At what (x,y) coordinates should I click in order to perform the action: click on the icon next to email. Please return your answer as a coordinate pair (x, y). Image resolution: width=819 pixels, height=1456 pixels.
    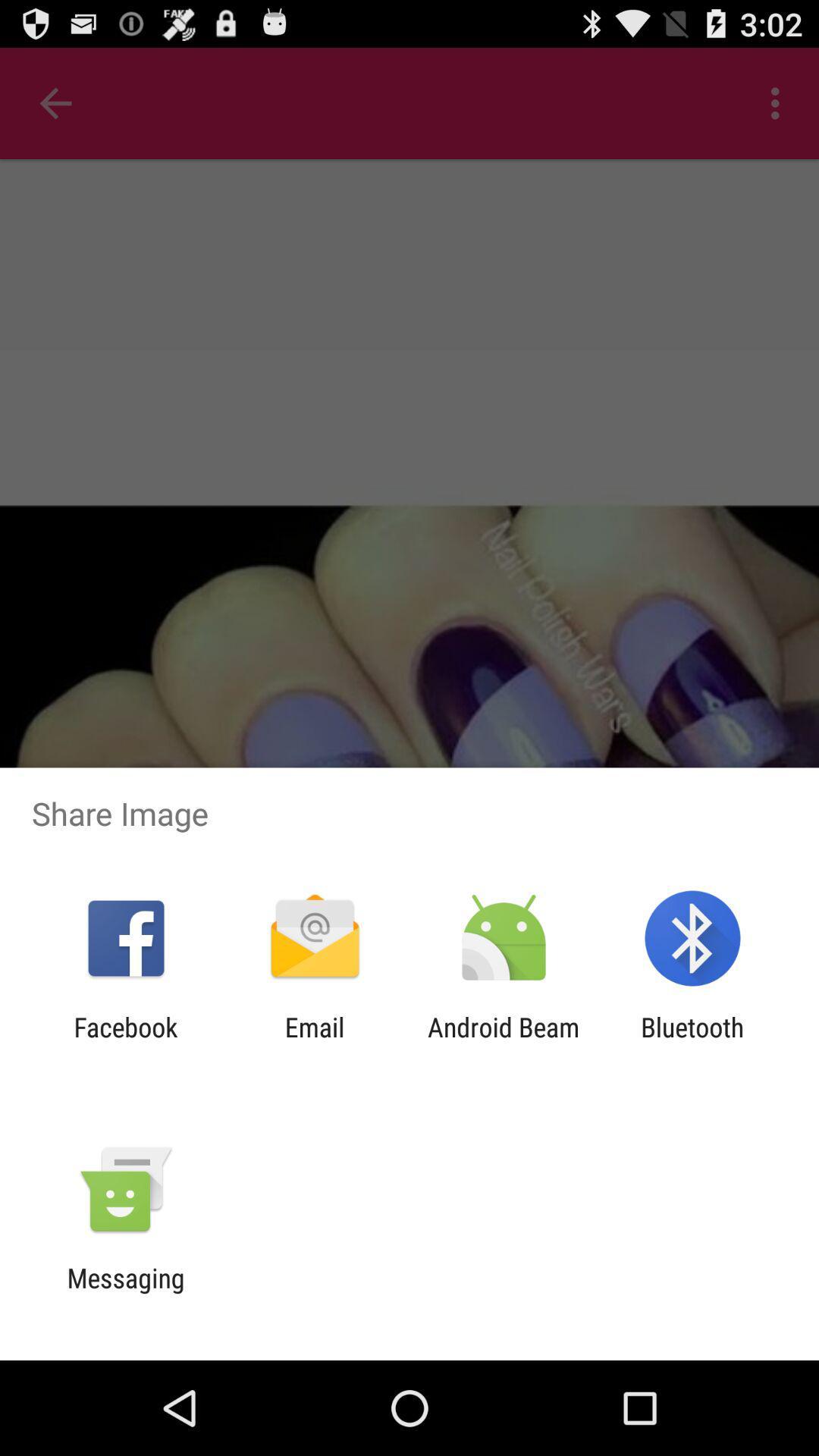
    Looking at the image, I should click on (504, 1042).